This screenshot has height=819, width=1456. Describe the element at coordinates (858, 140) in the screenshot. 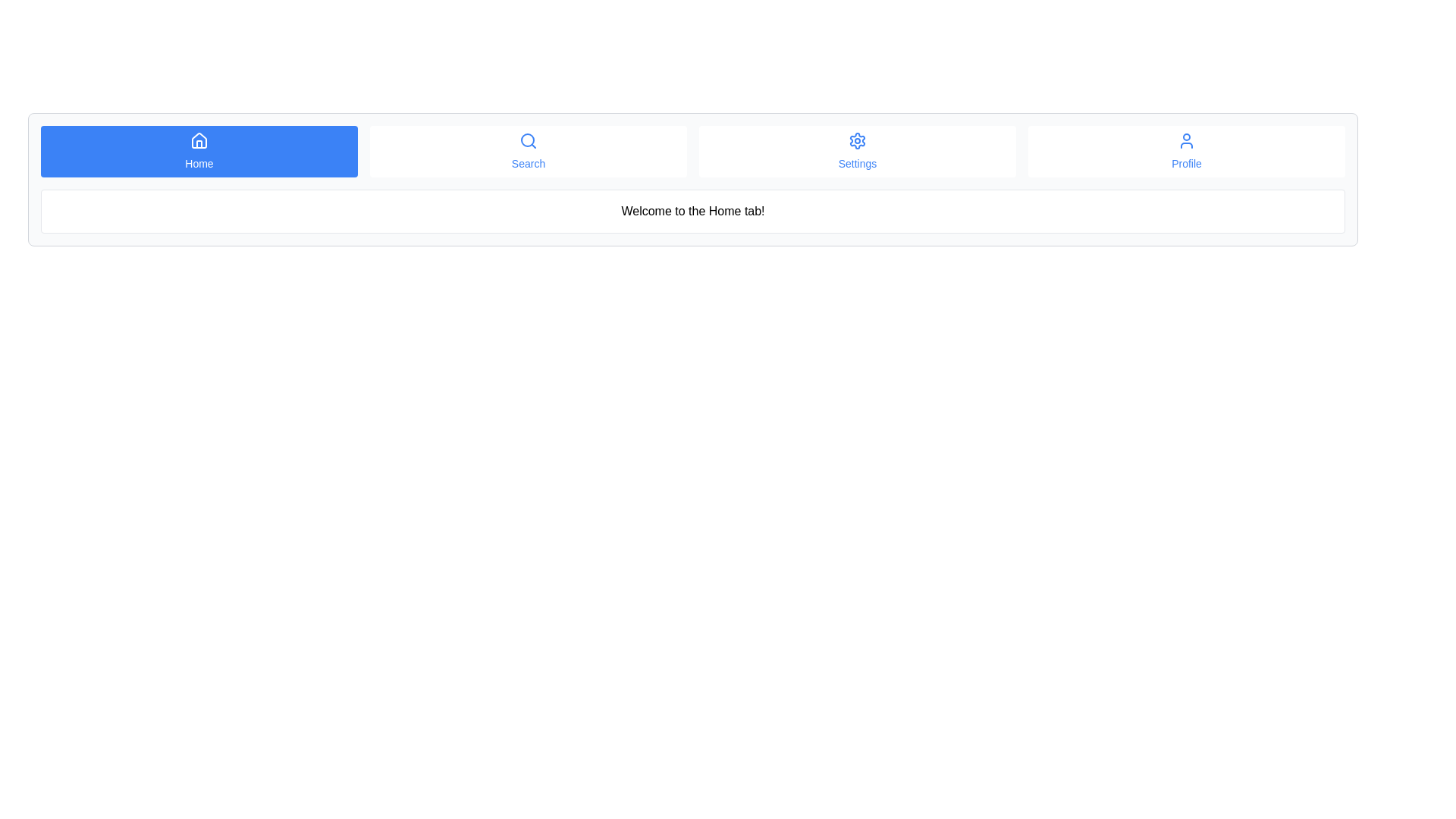

I see `the blue gear icon in the 'Settings' navigation button, which is centrally aligned above the 'Settings' text` at that location.